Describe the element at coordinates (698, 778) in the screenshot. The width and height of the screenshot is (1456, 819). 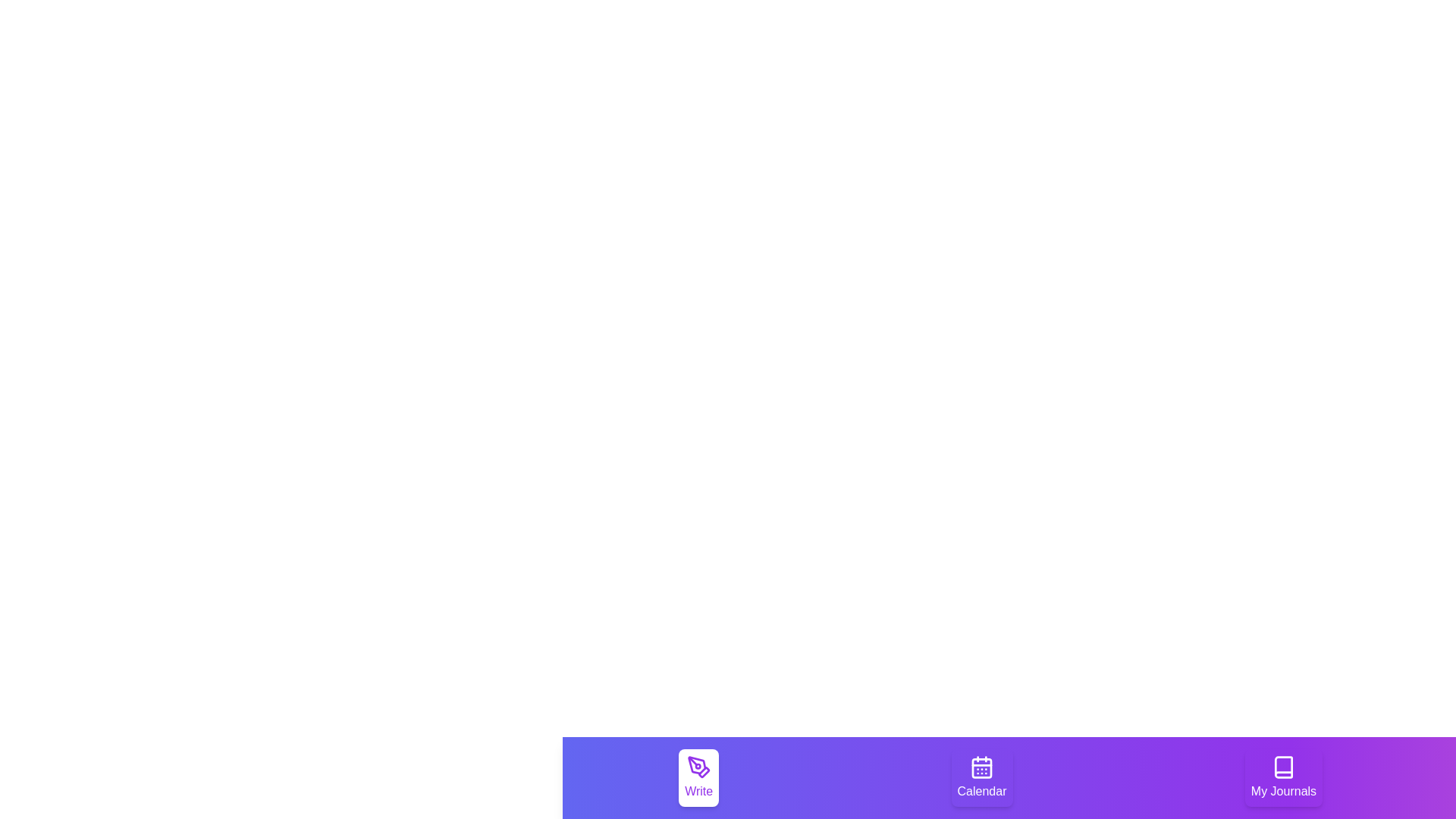
I see `the tab labeled Write to see the hover effect` at that location.